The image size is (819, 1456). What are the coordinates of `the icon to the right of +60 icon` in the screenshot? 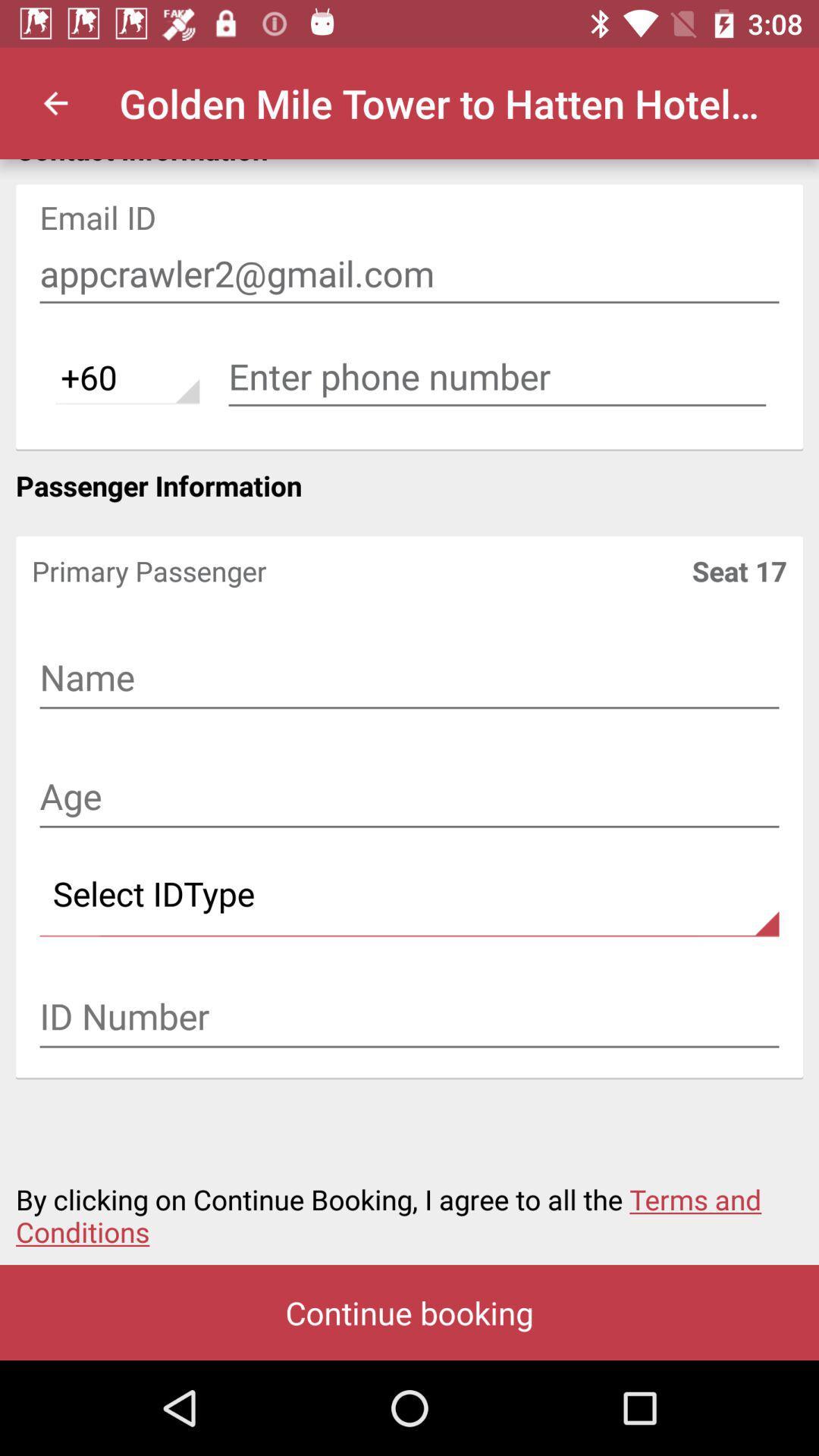 It's located at (497, 377).